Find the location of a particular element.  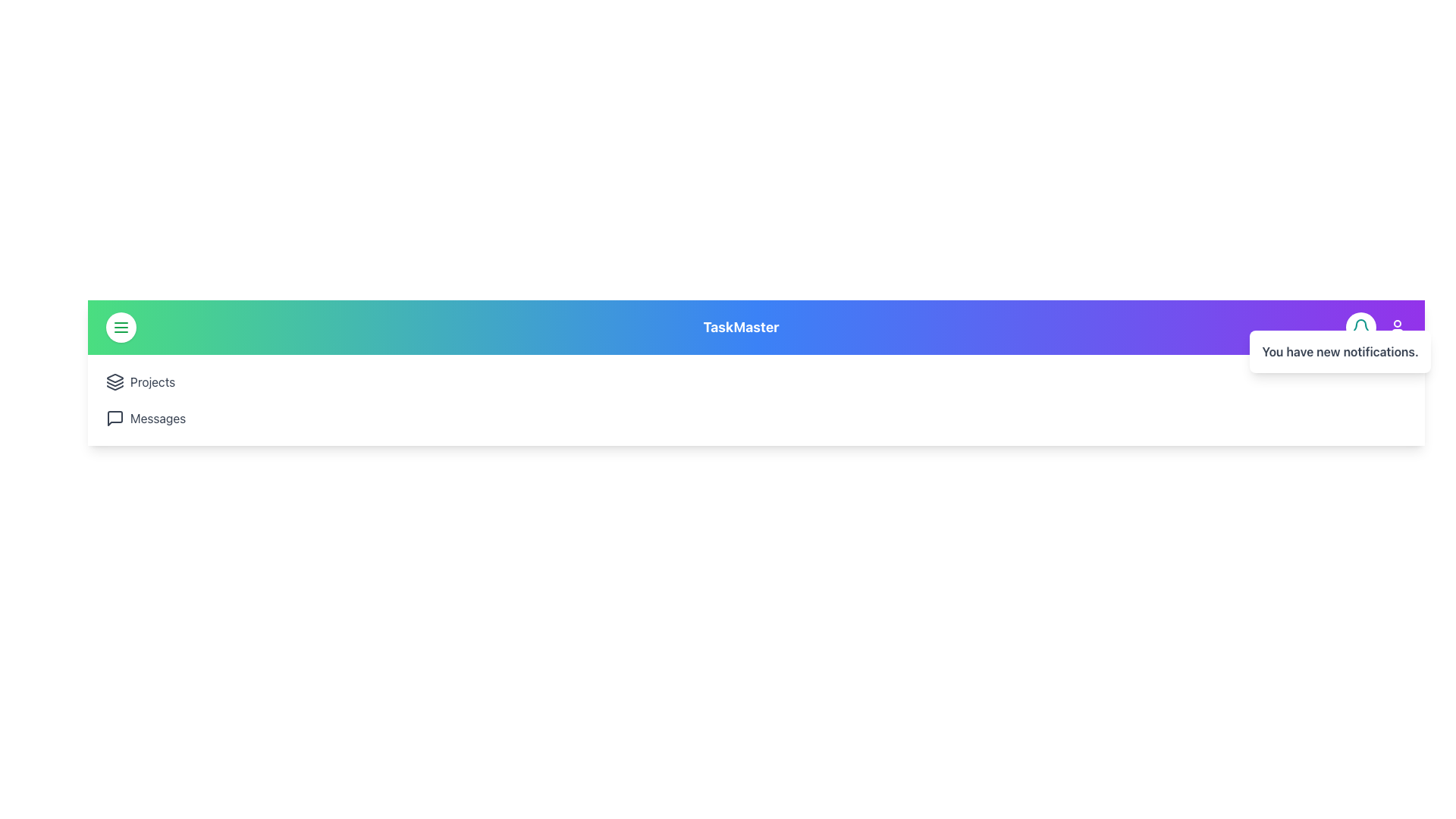

the bell icon located in the upper-right corner of the purple header section is located at coordinates (1361, 325).